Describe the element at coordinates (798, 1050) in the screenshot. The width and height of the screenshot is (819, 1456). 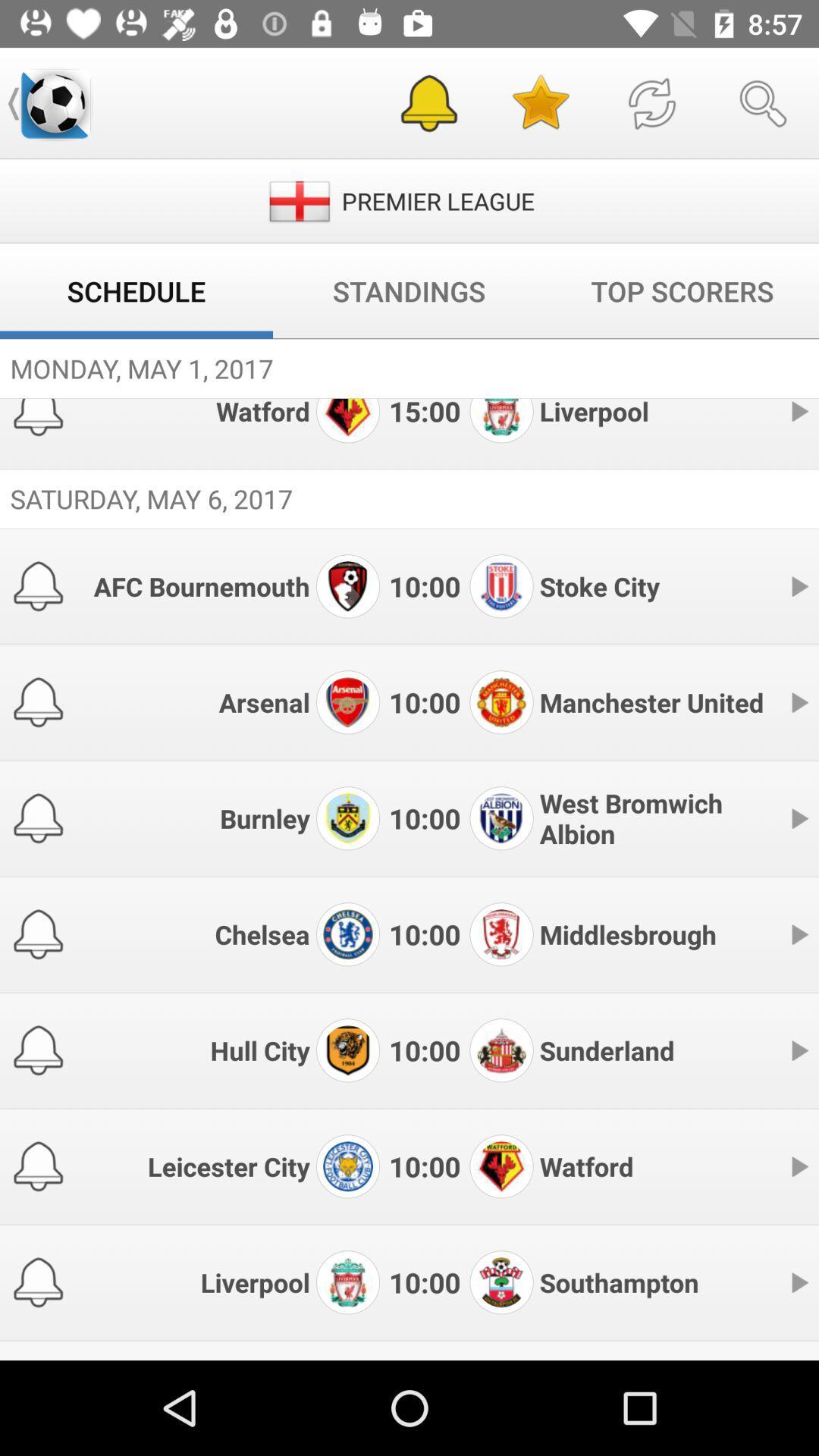
I see `play button which is on the right side of sunderland` at that location.